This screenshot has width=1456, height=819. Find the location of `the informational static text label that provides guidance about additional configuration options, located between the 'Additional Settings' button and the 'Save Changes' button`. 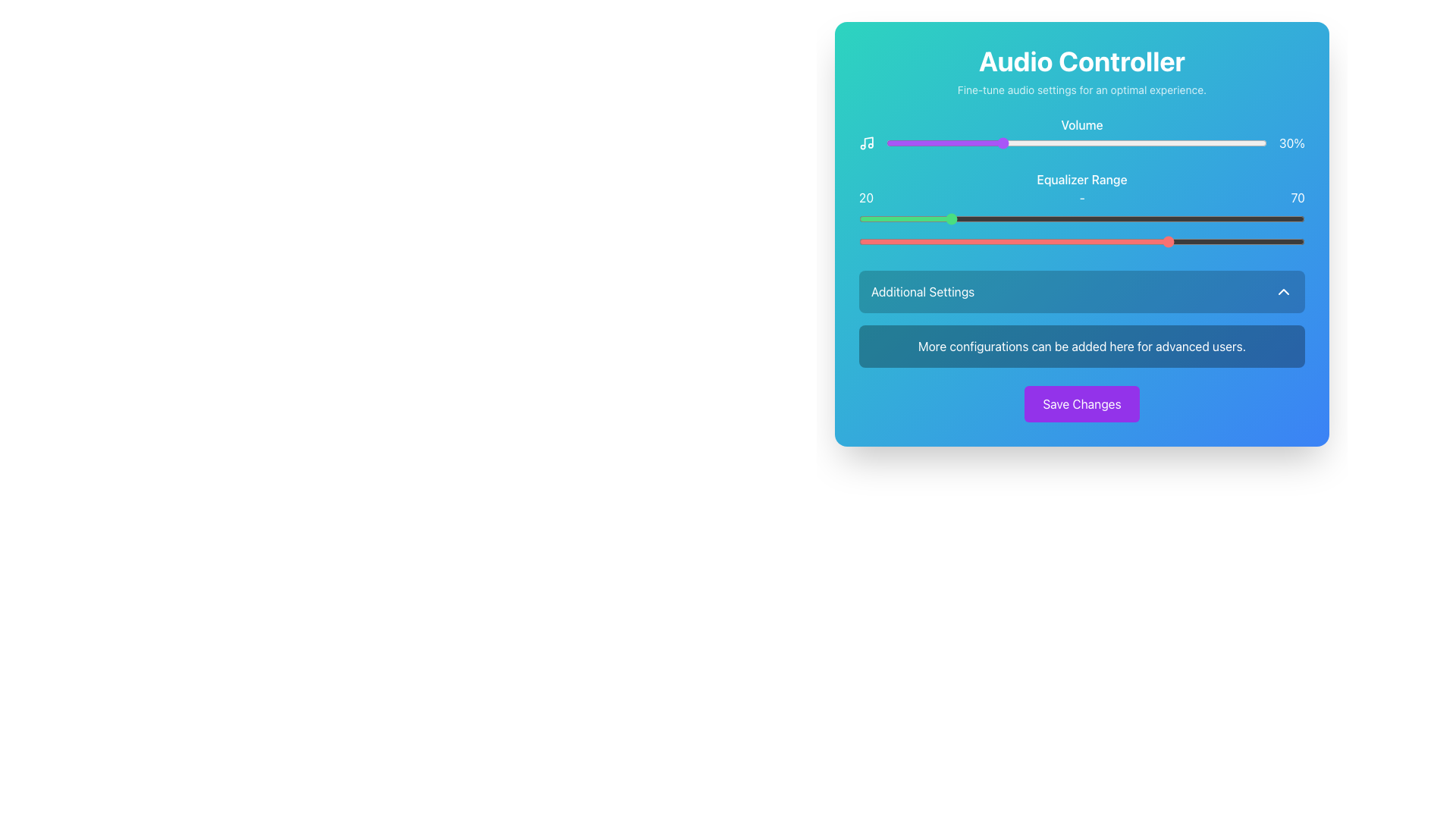

the informational static text label that provides guidance about additional configuration options, located between the 'Additional Settings' button and the 'Save Changes' button is located at coordinates (1081, 346).